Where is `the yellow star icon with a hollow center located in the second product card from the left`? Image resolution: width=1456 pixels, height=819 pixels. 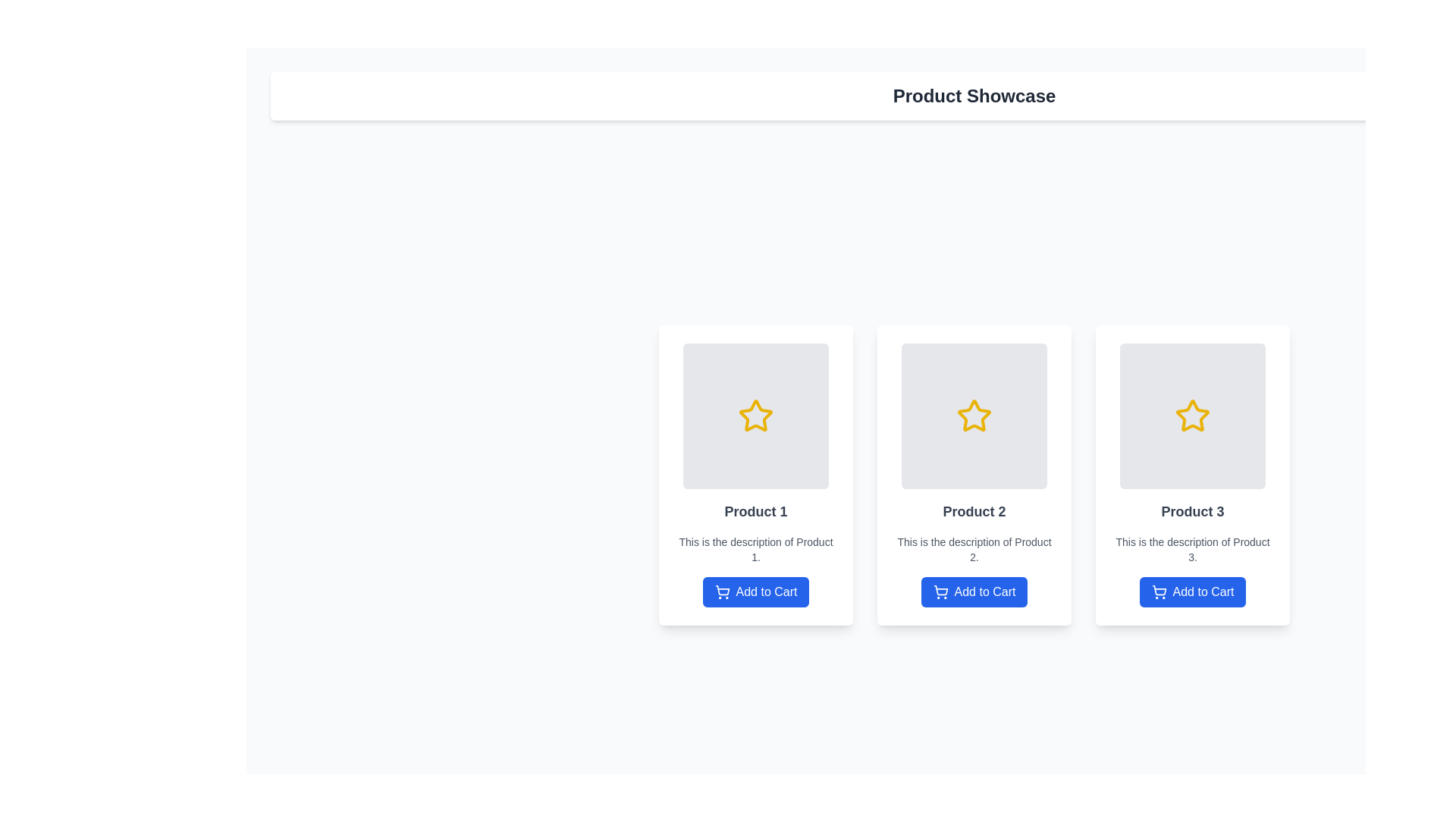 the yellow star icon with a hollow center located in the second product card from the left is located at coordinates (974, 416).